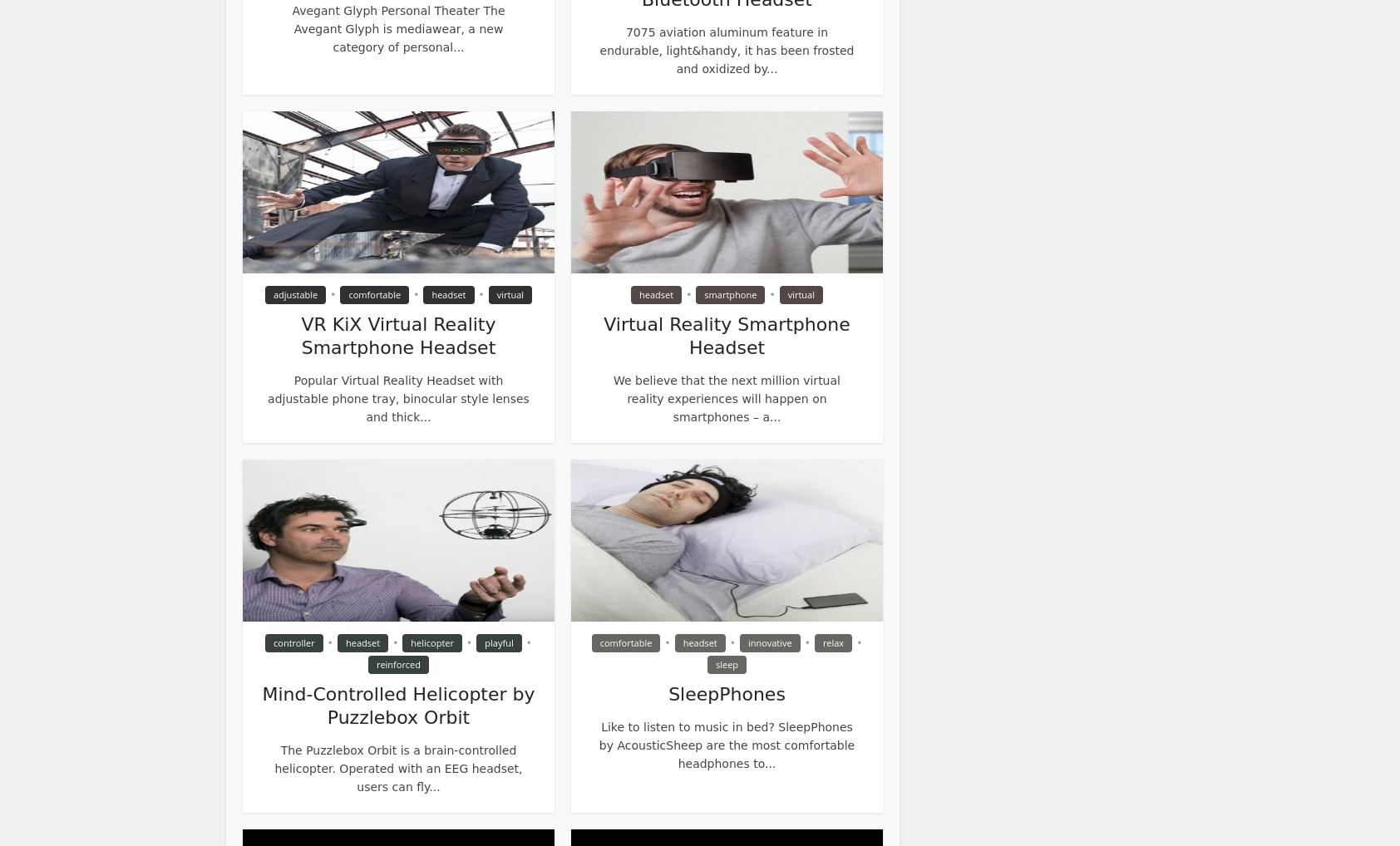  Describe the element at coordinates (729, 293) in the screenshot. I see `'smartphone'` at that location.